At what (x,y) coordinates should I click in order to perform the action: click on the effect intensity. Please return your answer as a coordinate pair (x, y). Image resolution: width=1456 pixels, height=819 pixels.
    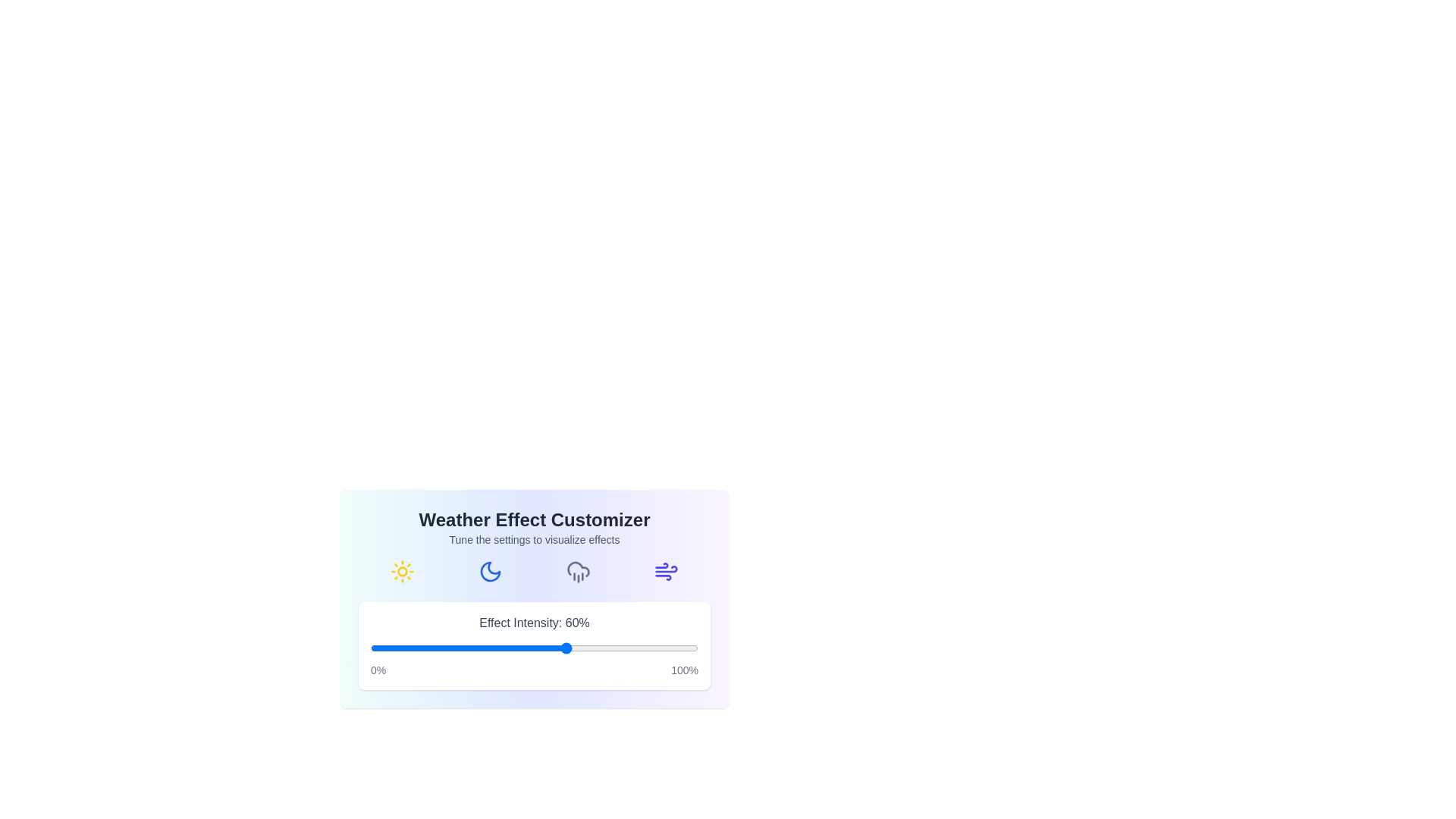
    Looking at the image, I should click on (491, 648).